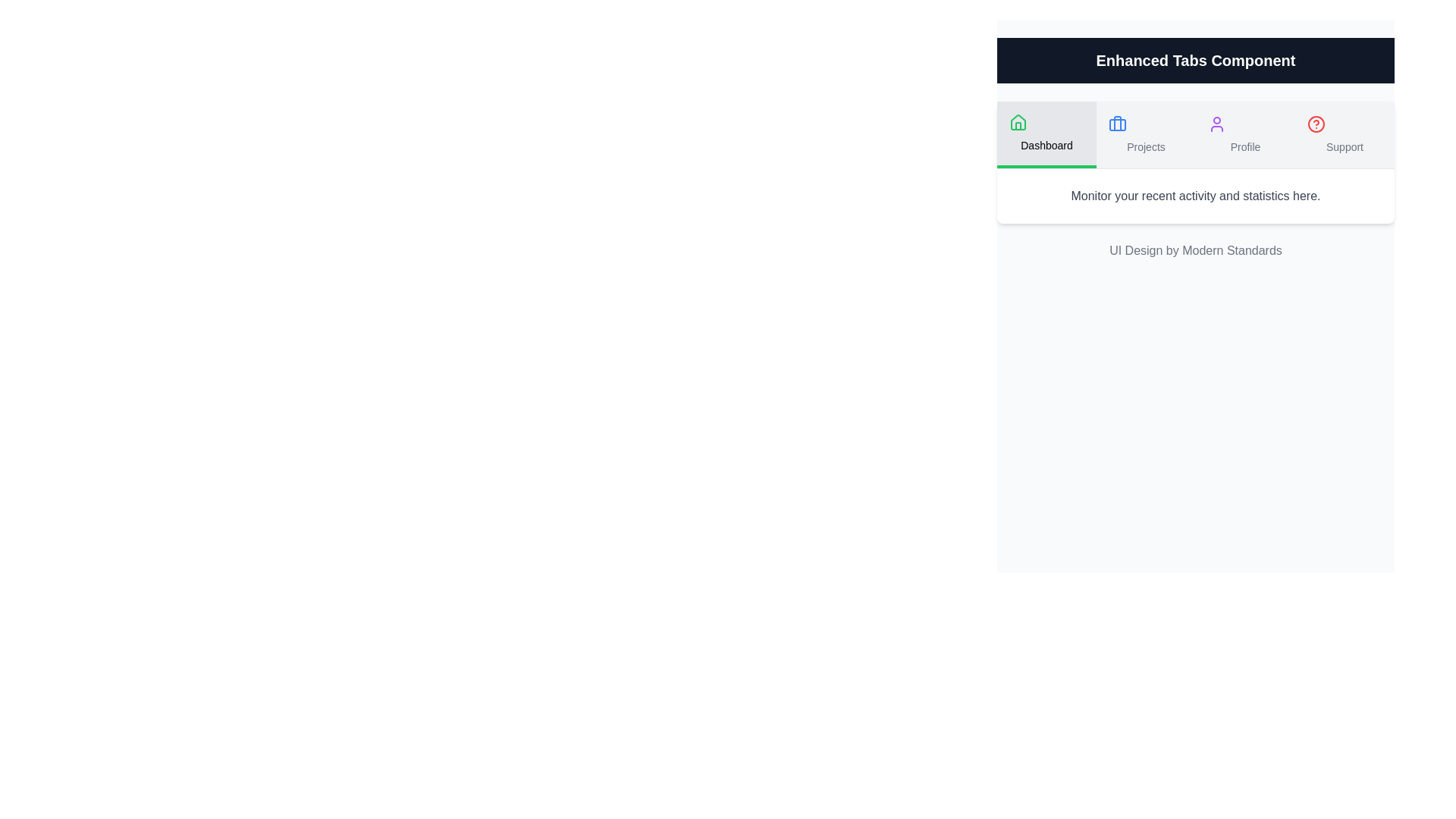 The height and width of the screenshot is (819, 1456). I want to click on the 'Projects' tab, which is the second navigation option from the left in the top bar, so click(1146, 133).